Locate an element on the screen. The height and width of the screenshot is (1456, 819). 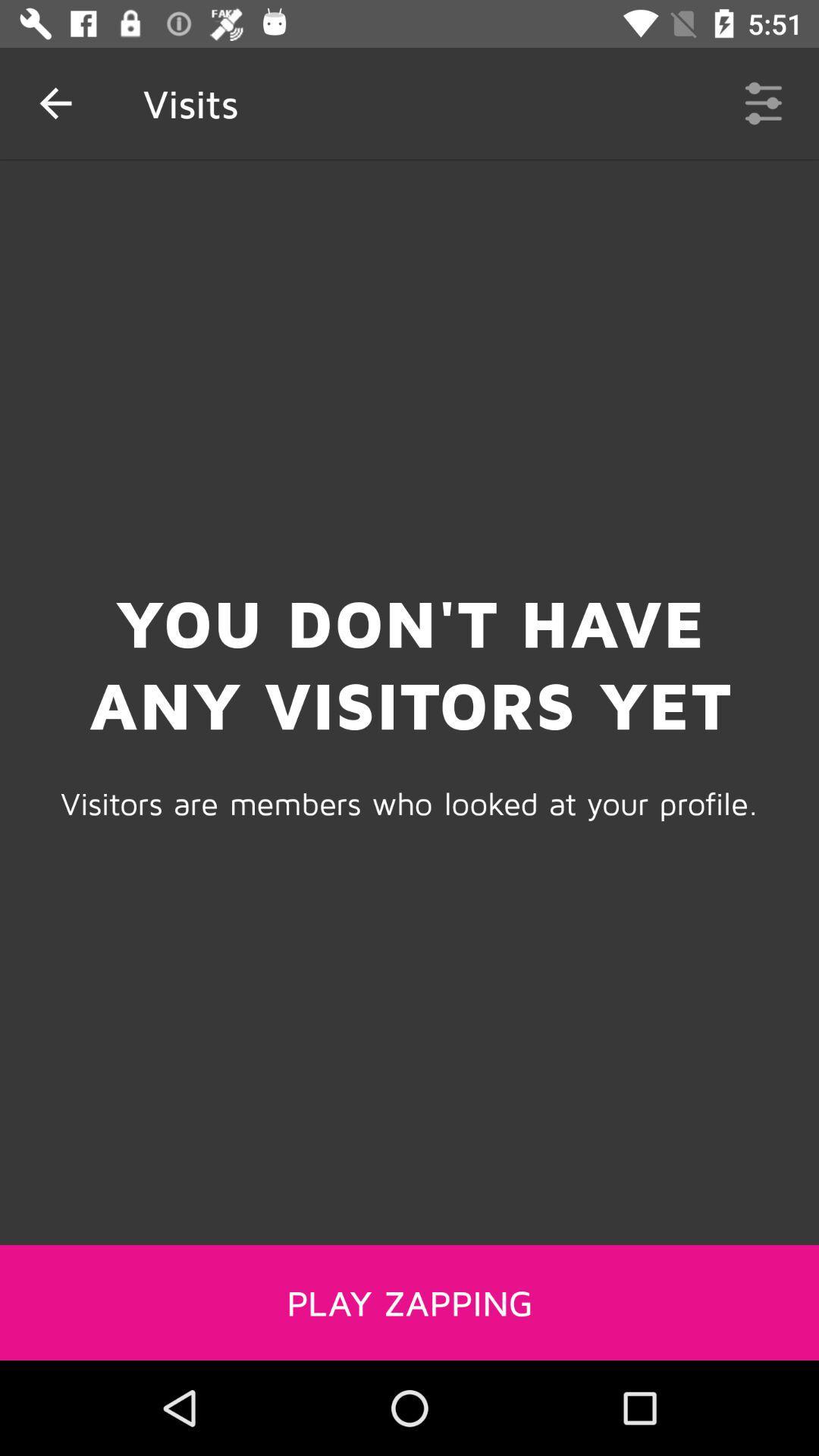
the play zapping item is located at coordinates (409, 1301).